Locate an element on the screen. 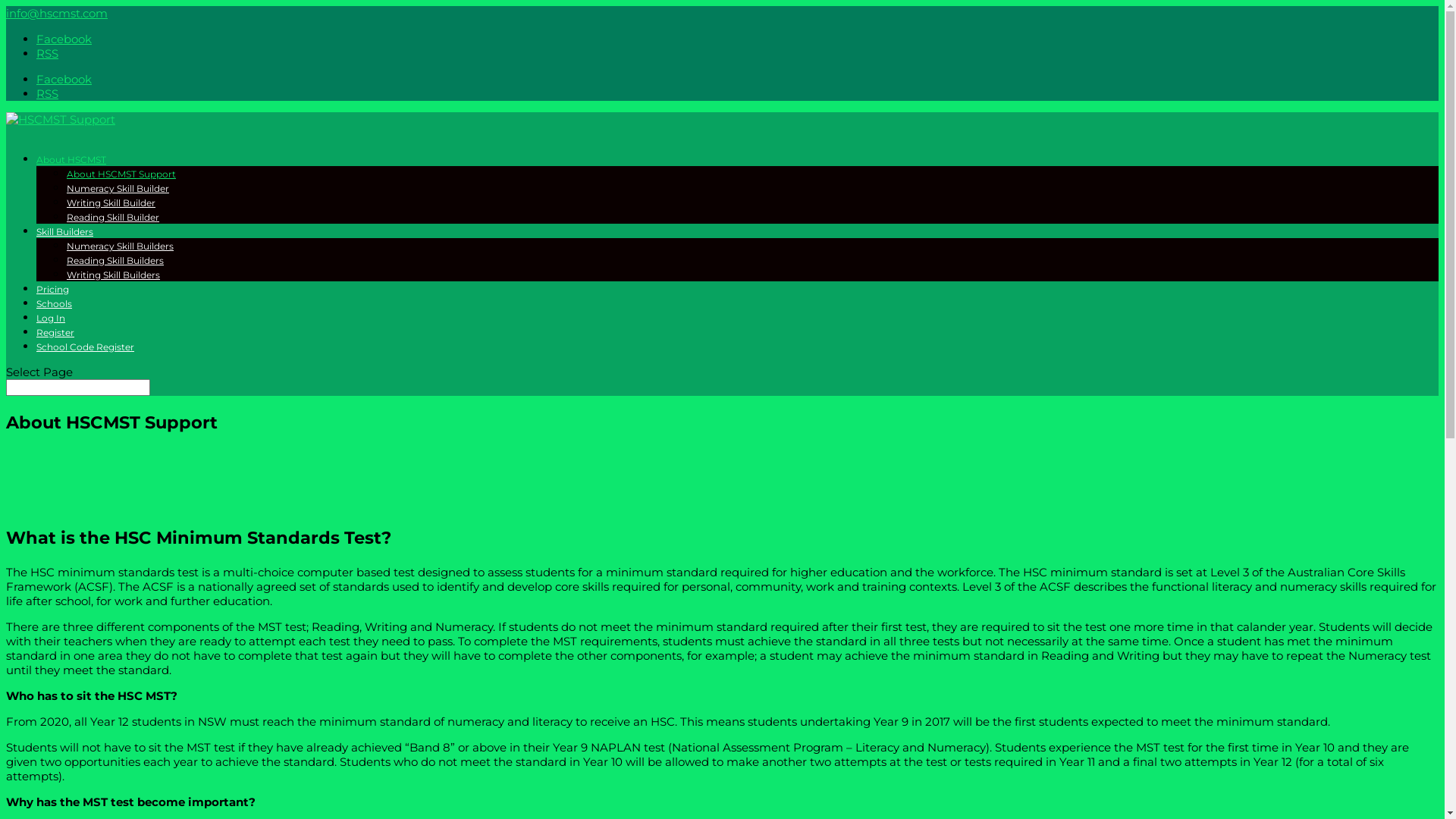  'Skill Builders' is located at coordinates (64, 238).